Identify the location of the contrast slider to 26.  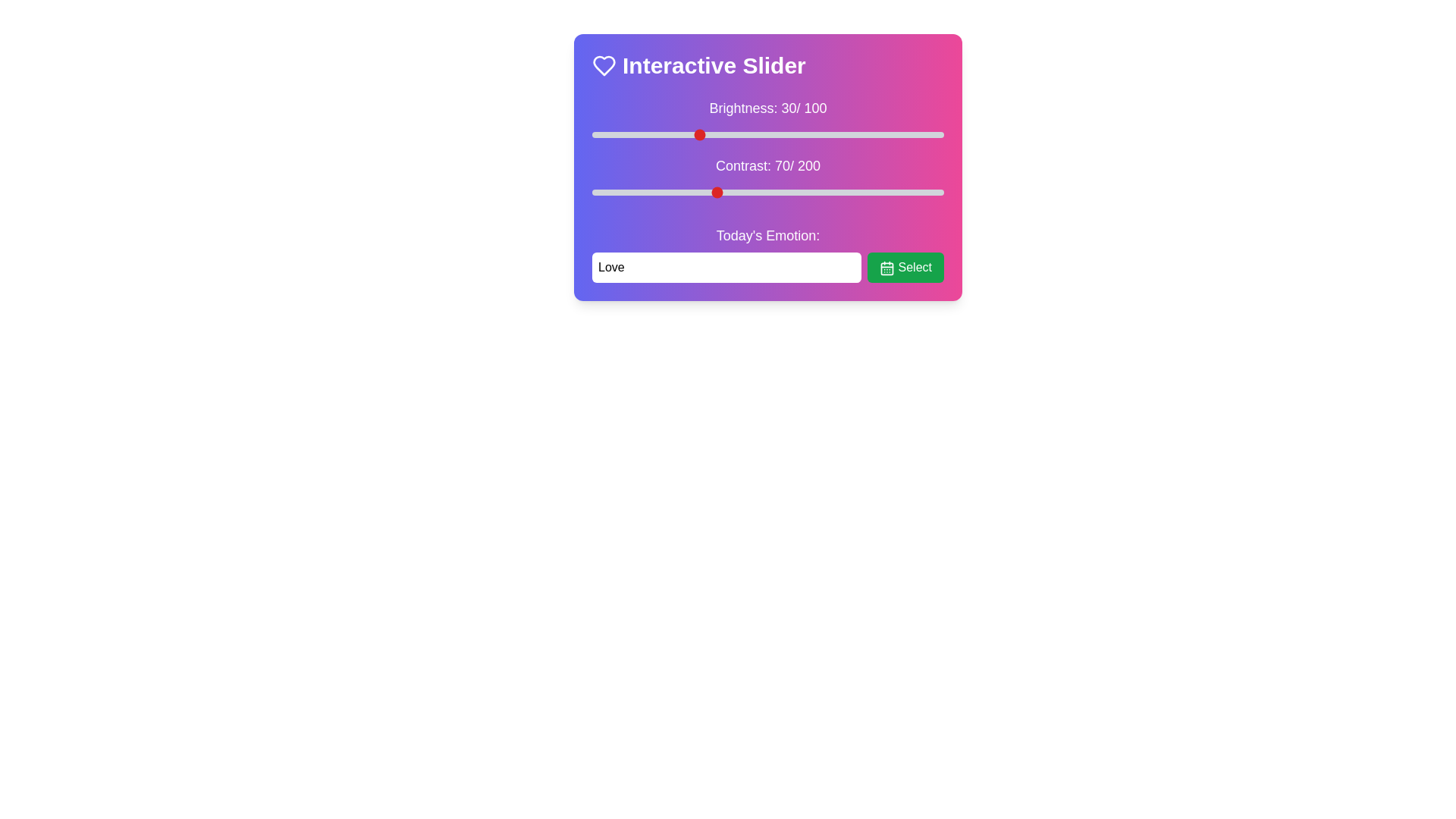
(638, 192).